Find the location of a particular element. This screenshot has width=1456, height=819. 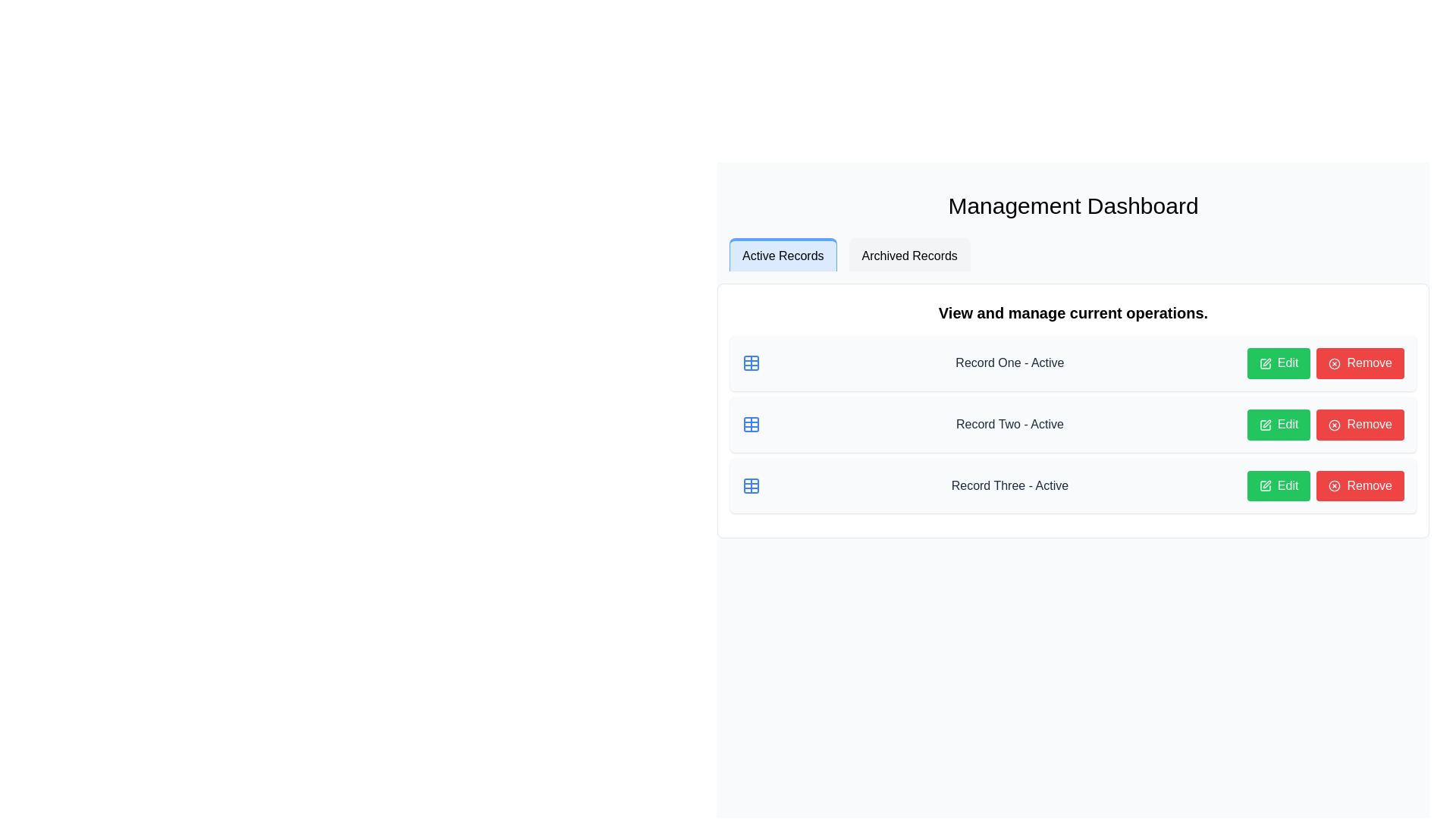

text label displaying 'Management Dashboard' located at the top of the dashboard interface is located at coordinates (1072, 206).